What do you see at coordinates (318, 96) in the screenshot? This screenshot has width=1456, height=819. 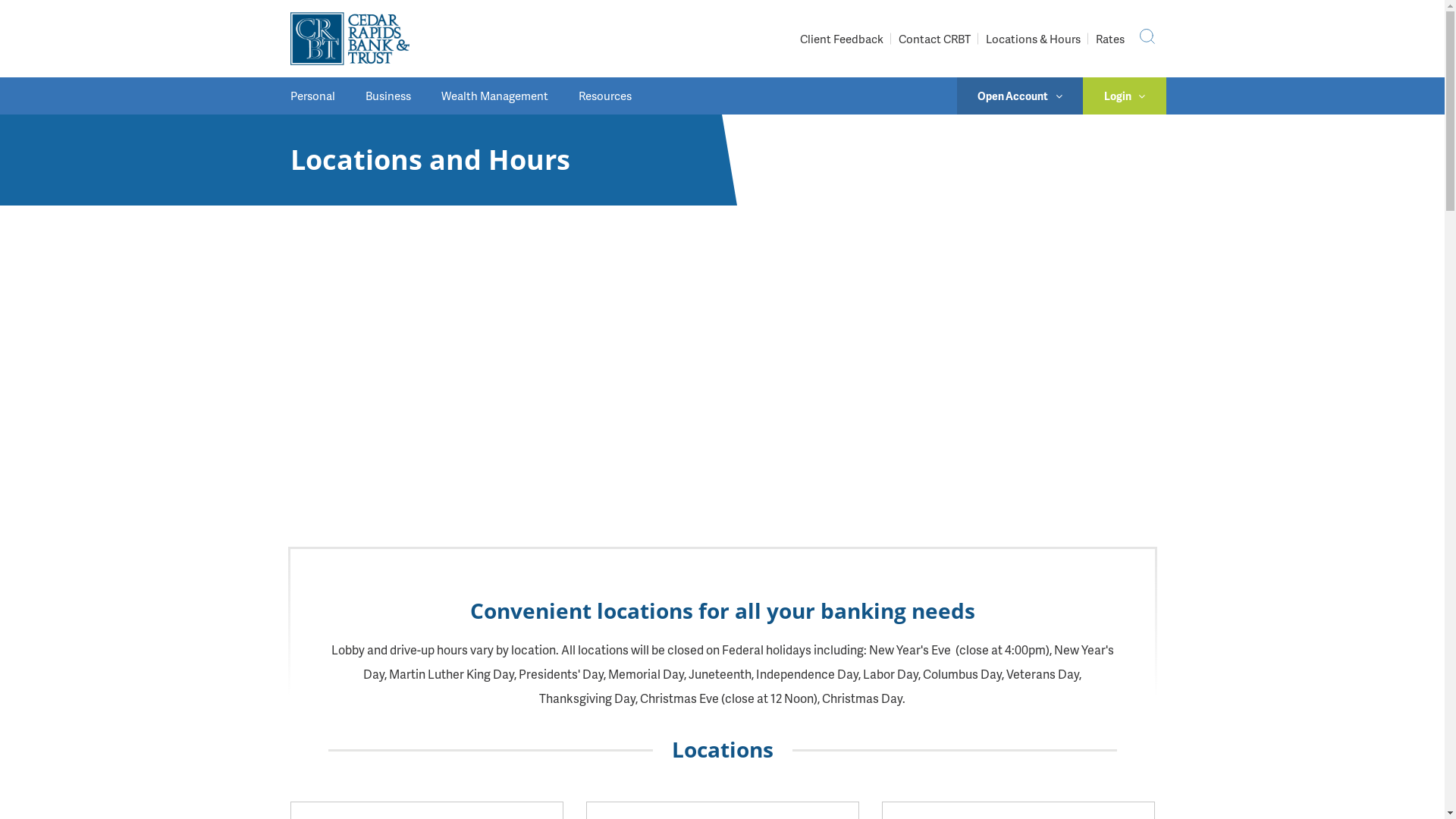 I see `'Personal'` at bounding box center [318, 96].